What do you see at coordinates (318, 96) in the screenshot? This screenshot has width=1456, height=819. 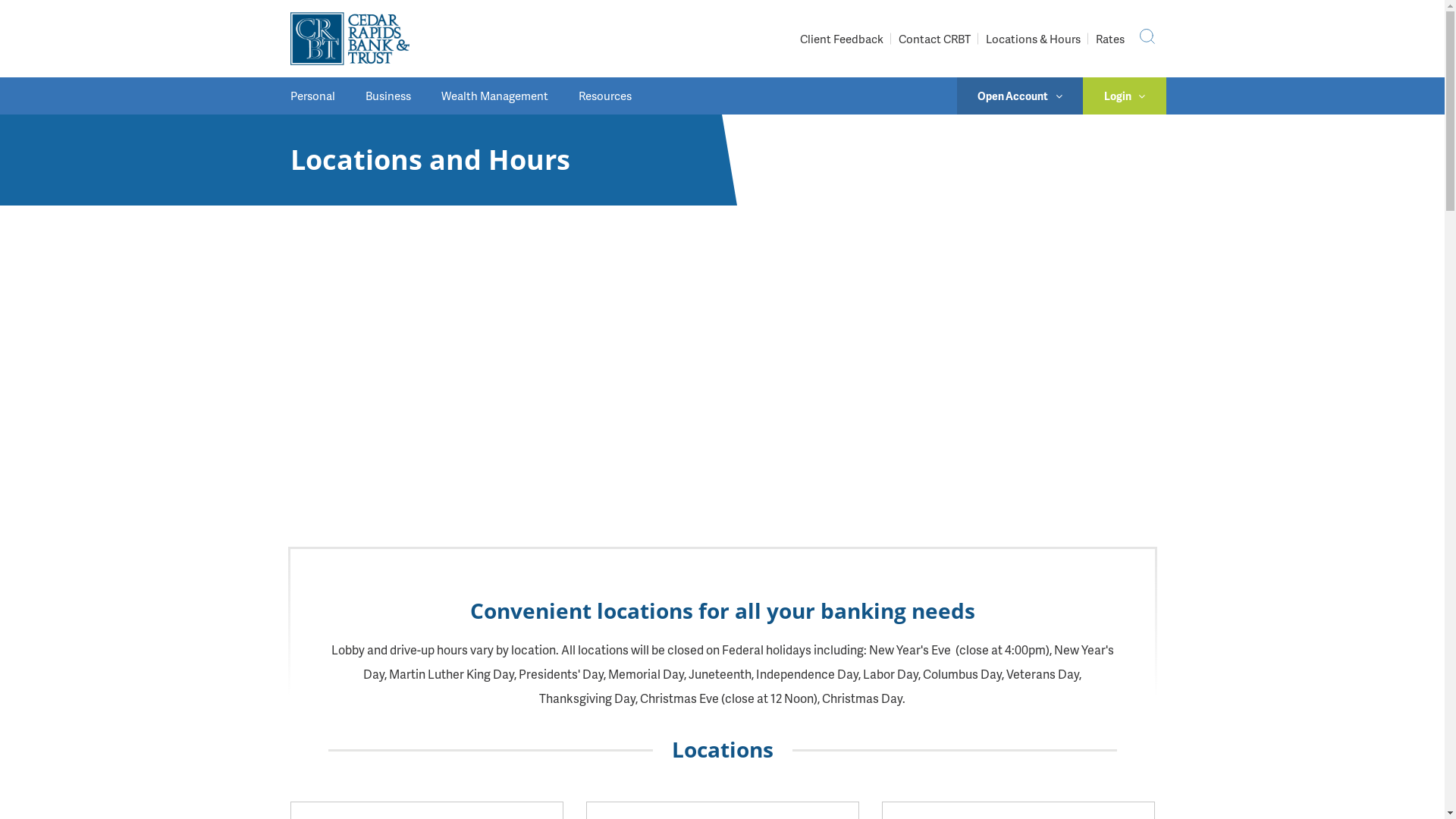 I see `'Personal'` at bounding box center [318, 96].